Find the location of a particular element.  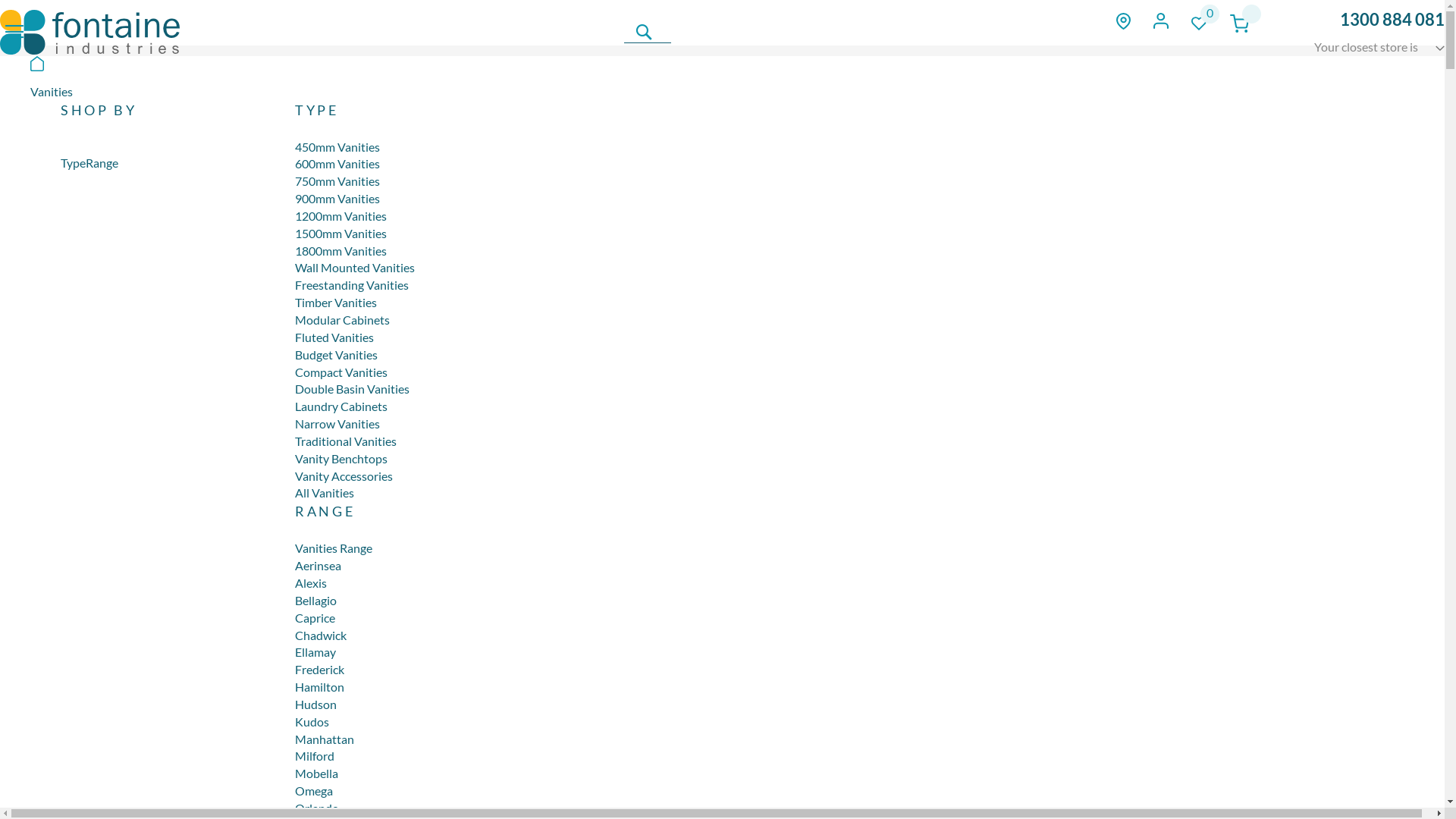

'bathroom supplies' is located at coordinates (89, 32).